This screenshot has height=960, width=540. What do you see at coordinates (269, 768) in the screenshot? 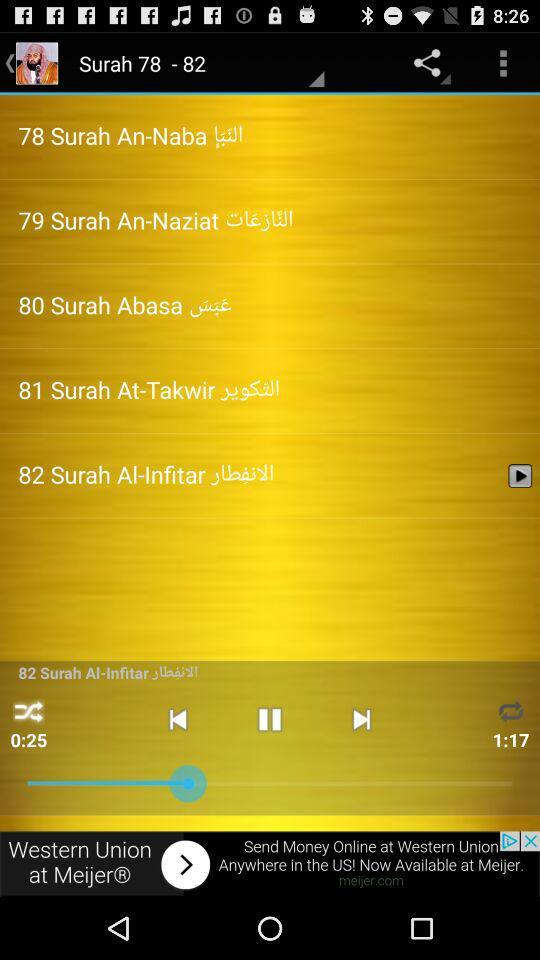
I see `the pause icon` at bounding box center [269, 768].